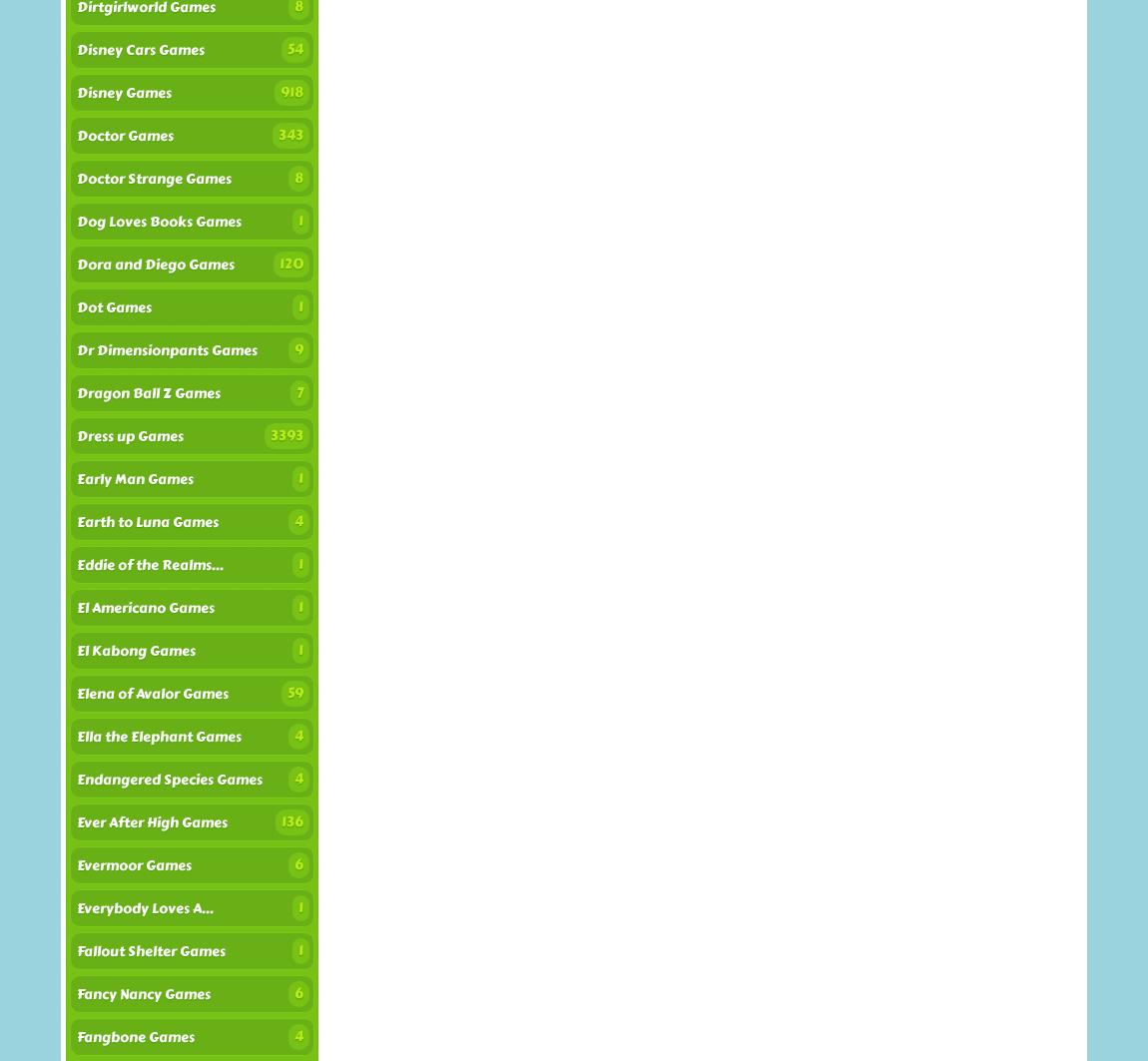  I want to click on 'Evermoor Games', so click(133, 864).